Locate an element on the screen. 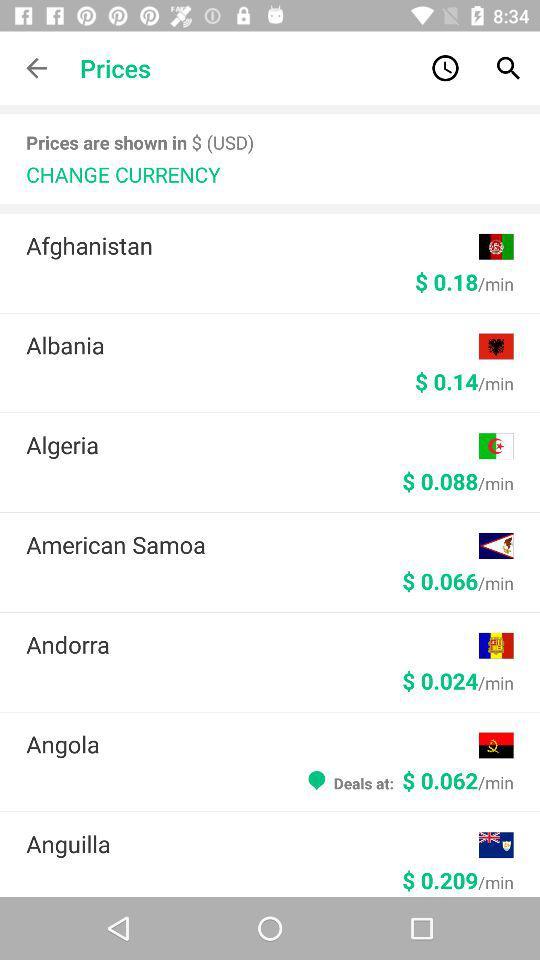 This screenshot has height=960, width=540. the item below $ 0.024/min icon is located at coordinates (252, 743).